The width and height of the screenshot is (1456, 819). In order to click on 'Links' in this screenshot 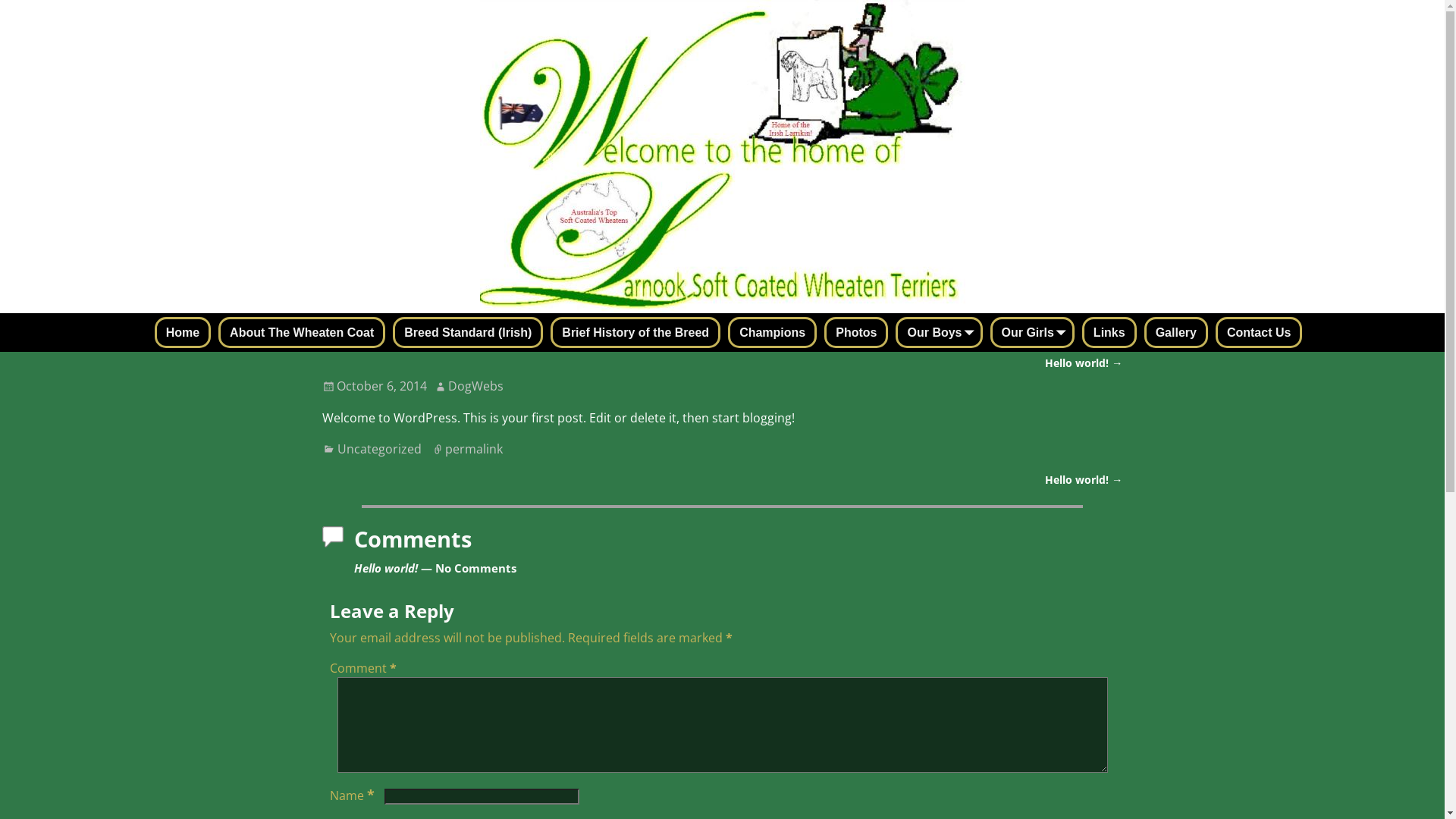, I will do `click(1109, 331)`.